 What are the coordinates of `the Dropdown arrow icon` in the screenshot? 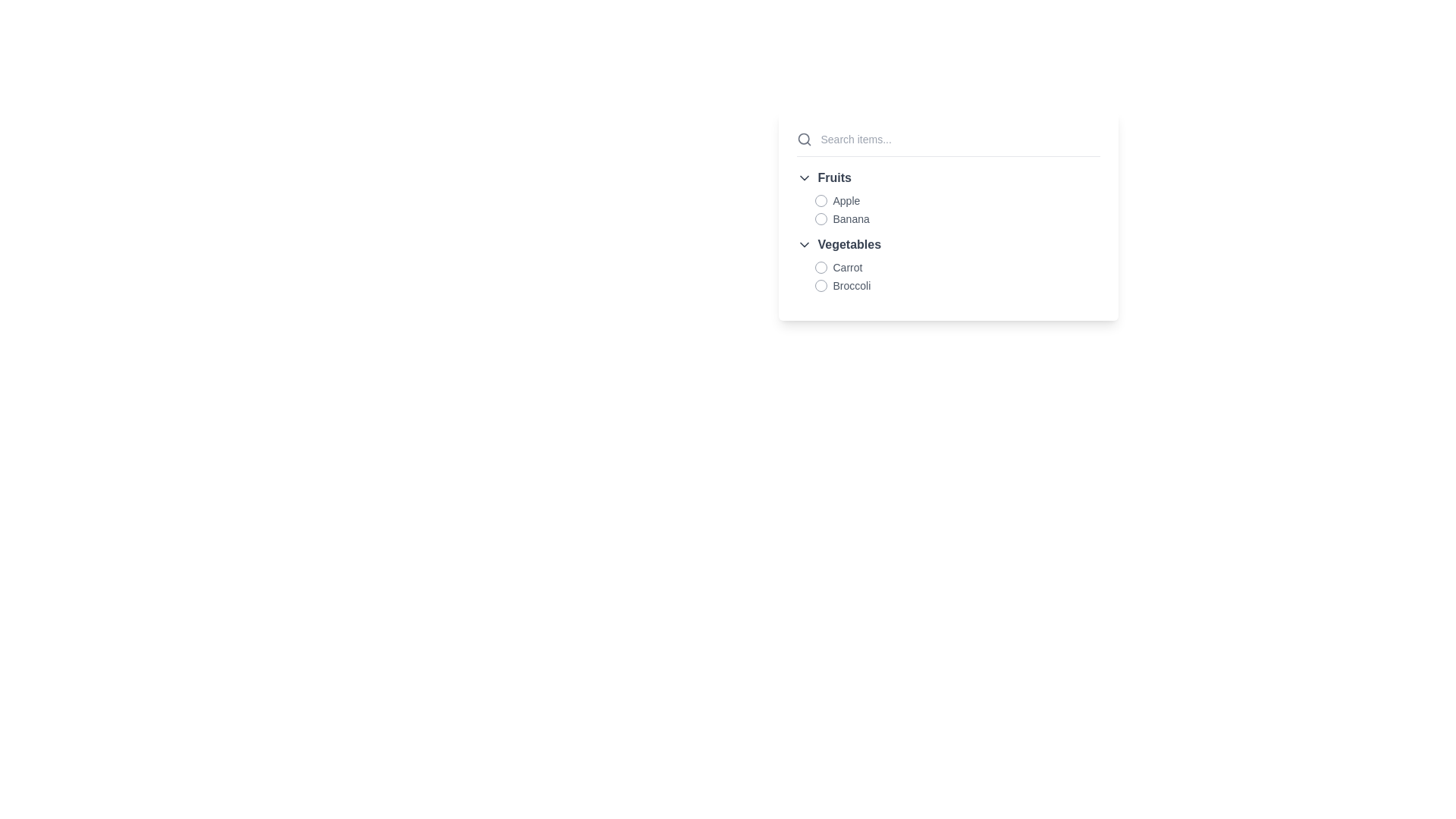 It's located at (803, 244).